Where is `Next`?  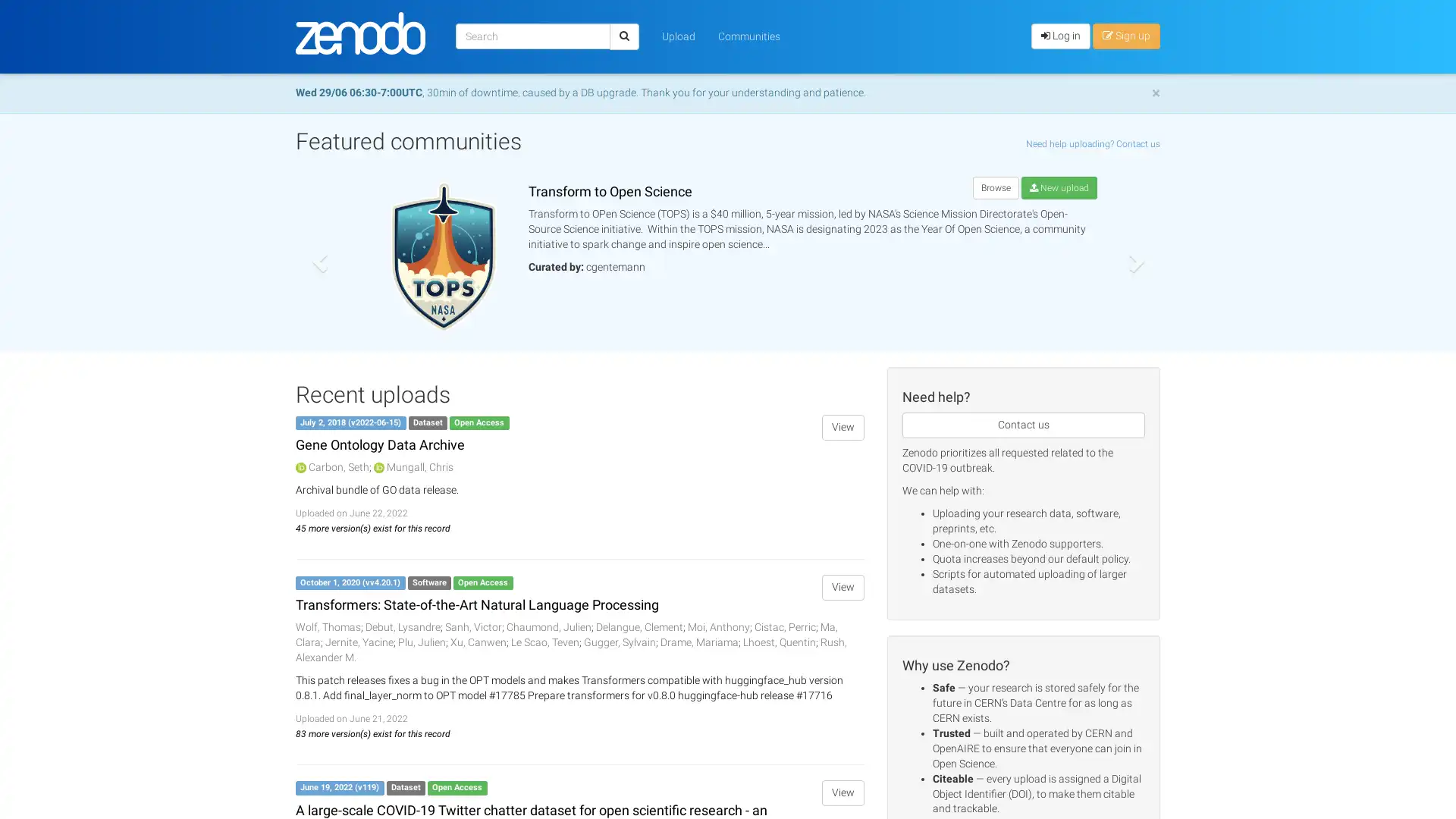 Next is located at coordinates (1138, 256).